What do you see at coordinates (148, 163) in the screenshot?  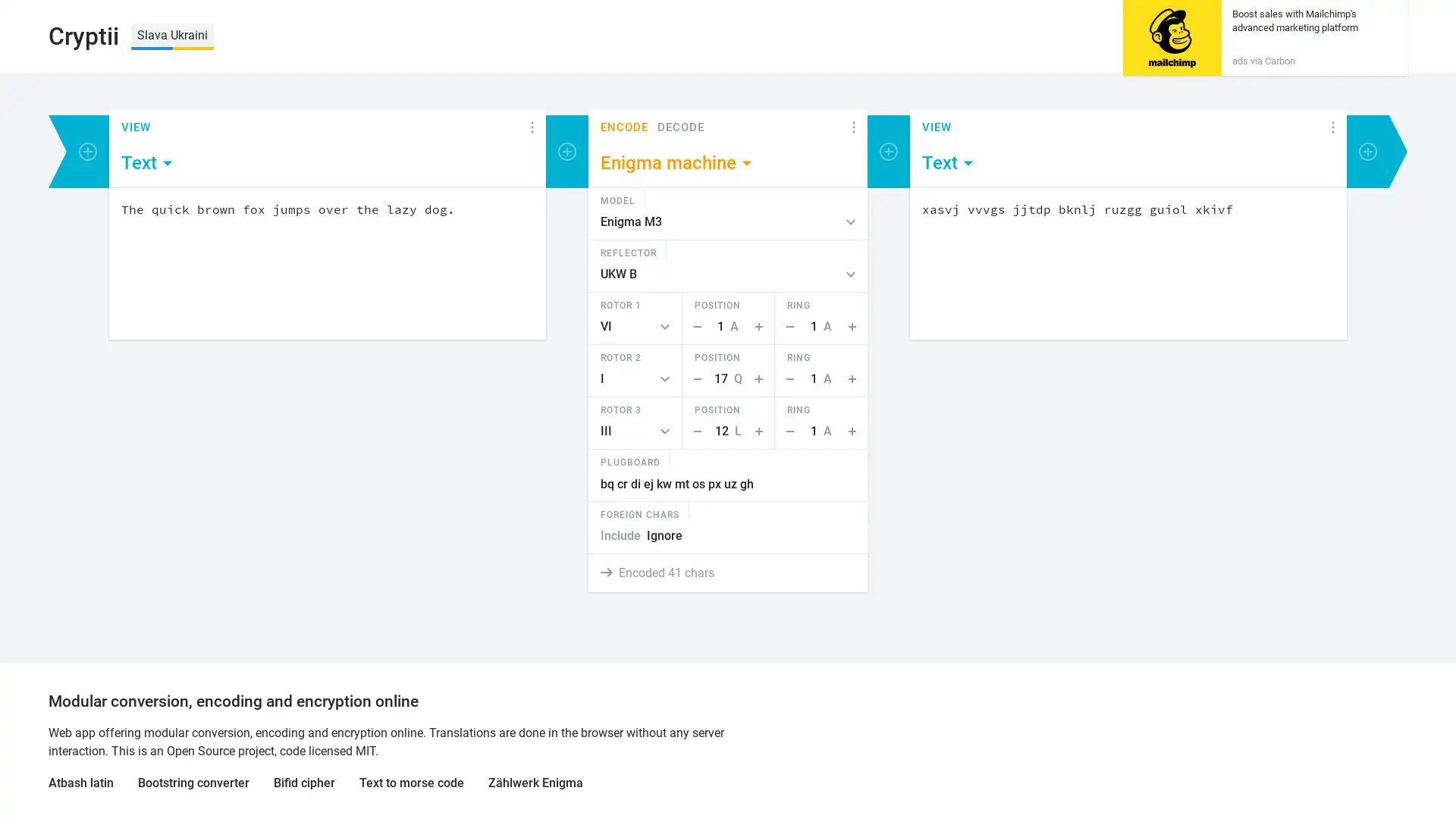 I see `Text` at bounding box center [148, 163].